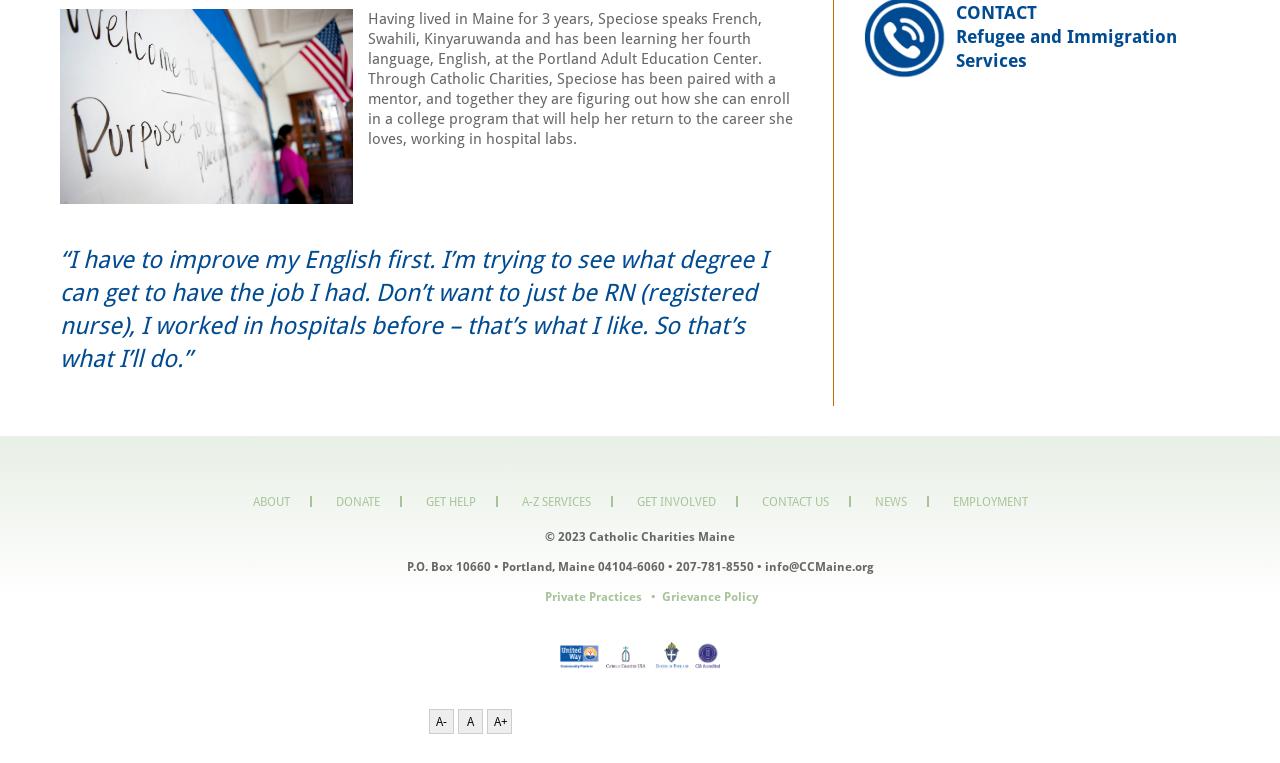  Describe the element at coordinates (412, 308) in the screenshot. I see `'“I have to improve my English first. I’m trying to see what degree I can get to have the job I had. Don’t want to just be RN (registered nurse), I worked in hospitals before – that’s what I like. So that’s what I’ll do.”'` at that location.